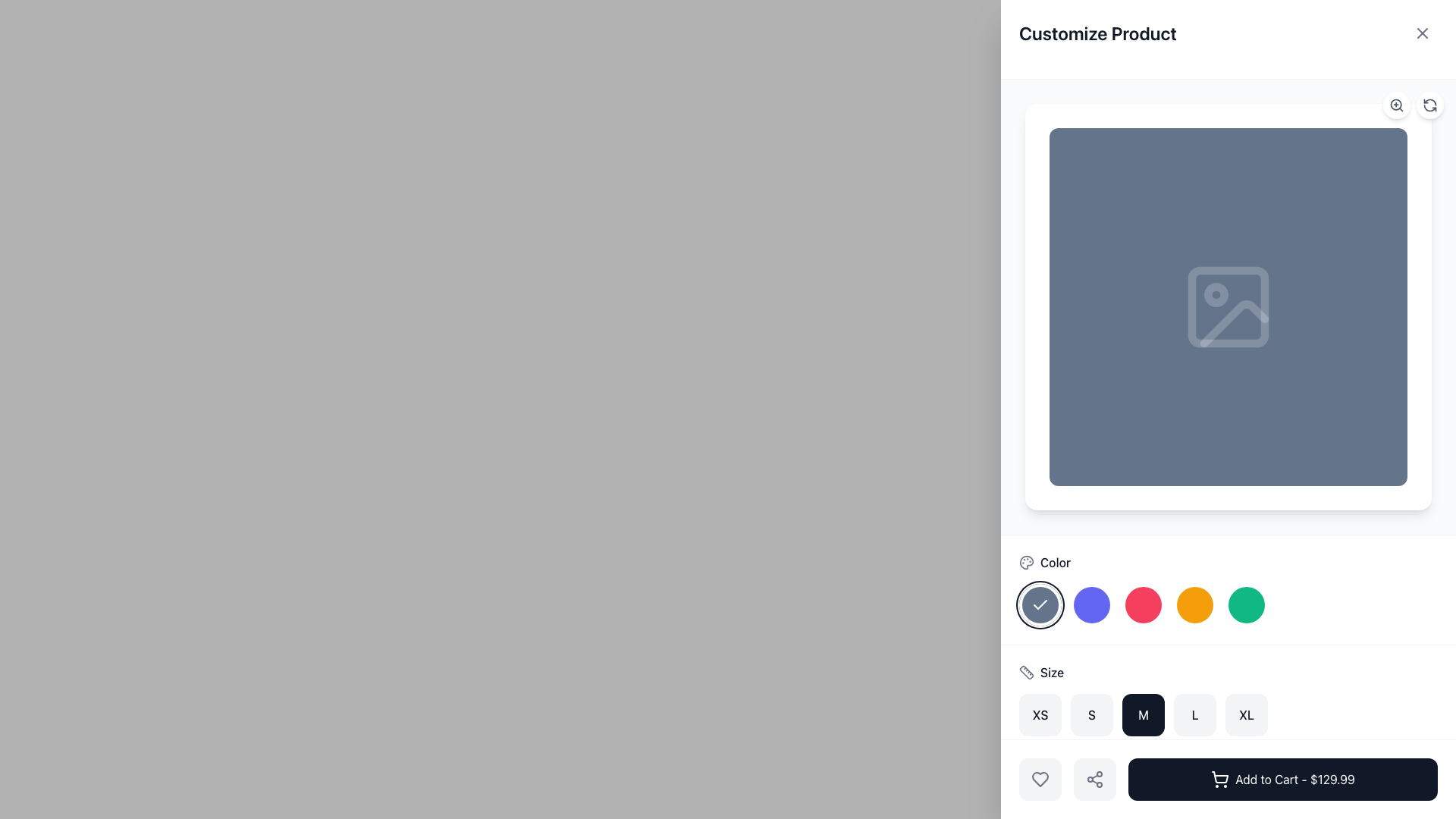 The height and width of the screenshot is (819, 1456). What do you see at coordinates (1092, 714) in the screenshot?
I see `the square button with rounded edges displaying the letter 'S'` at bounding box center [1092, 714].